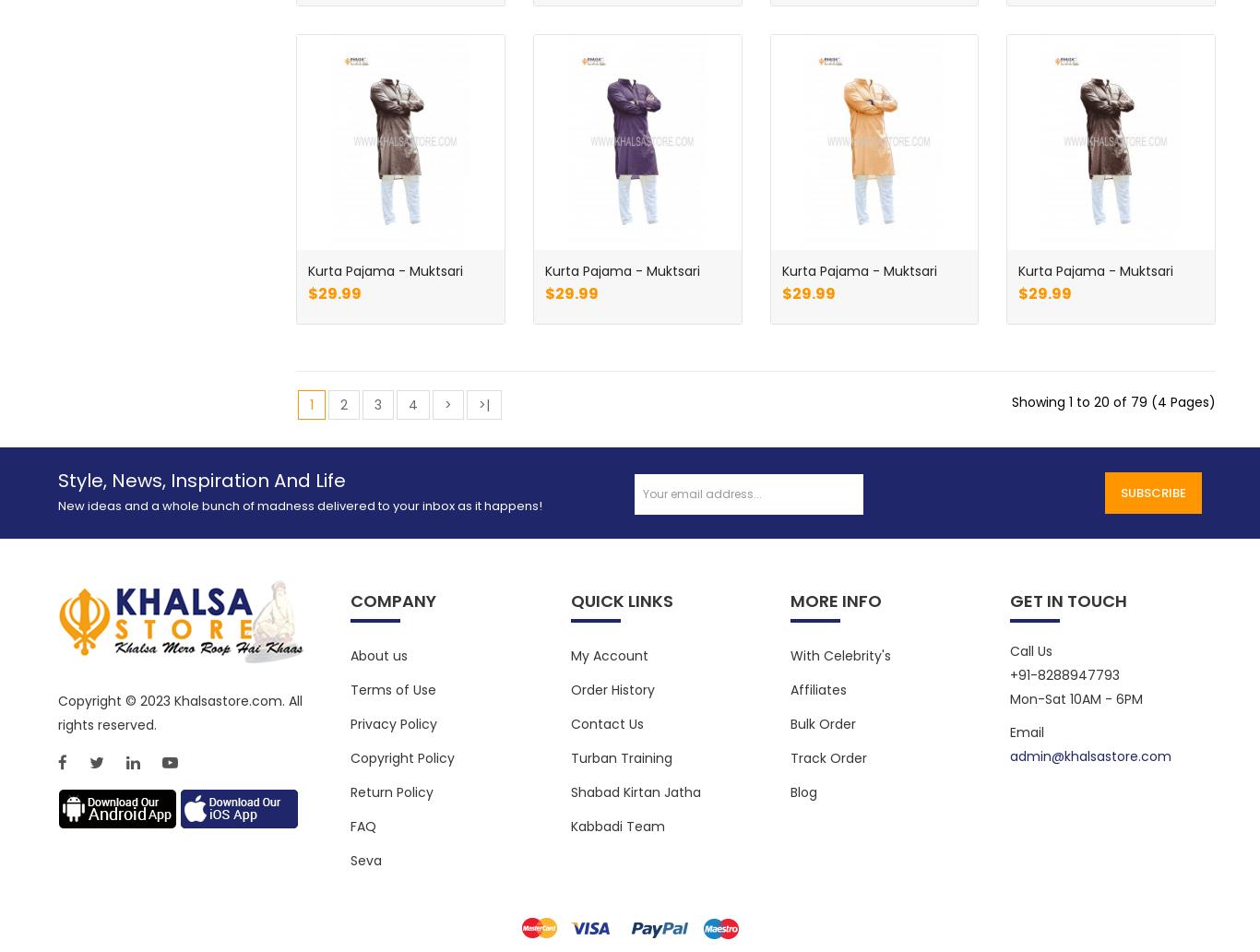 The width and height of the screenshot is (1260, 952). What do you see at coordinates (568, 757) in the screenshot?
I see `'Turban Training'` at bounding box center [568, 757].